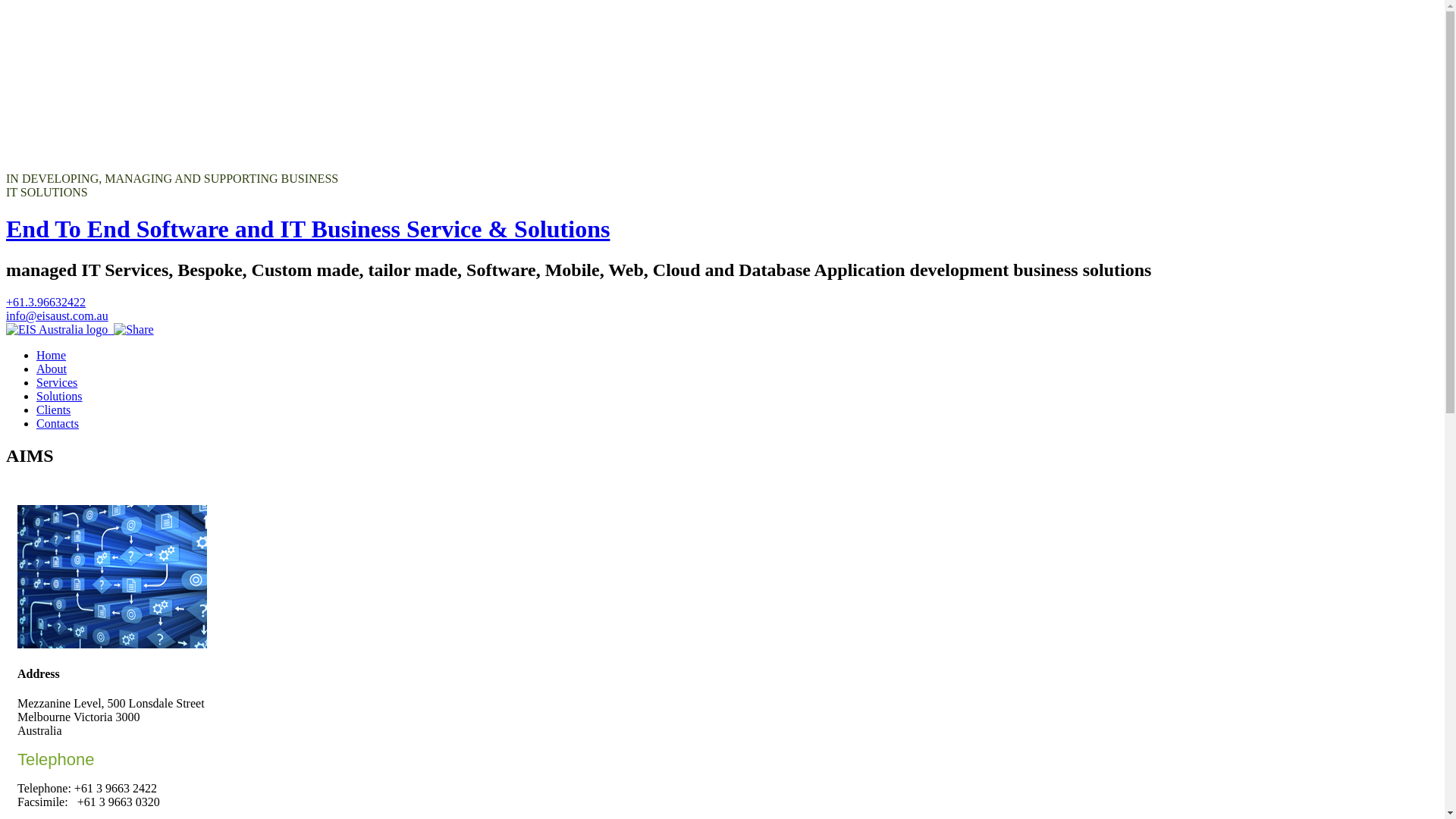 The width and height of the screenshot is (1456, 819). What do you see at coordinates (36, 409) in the screenshot?
I see `'Clients'` at bounding box center [36, 409].